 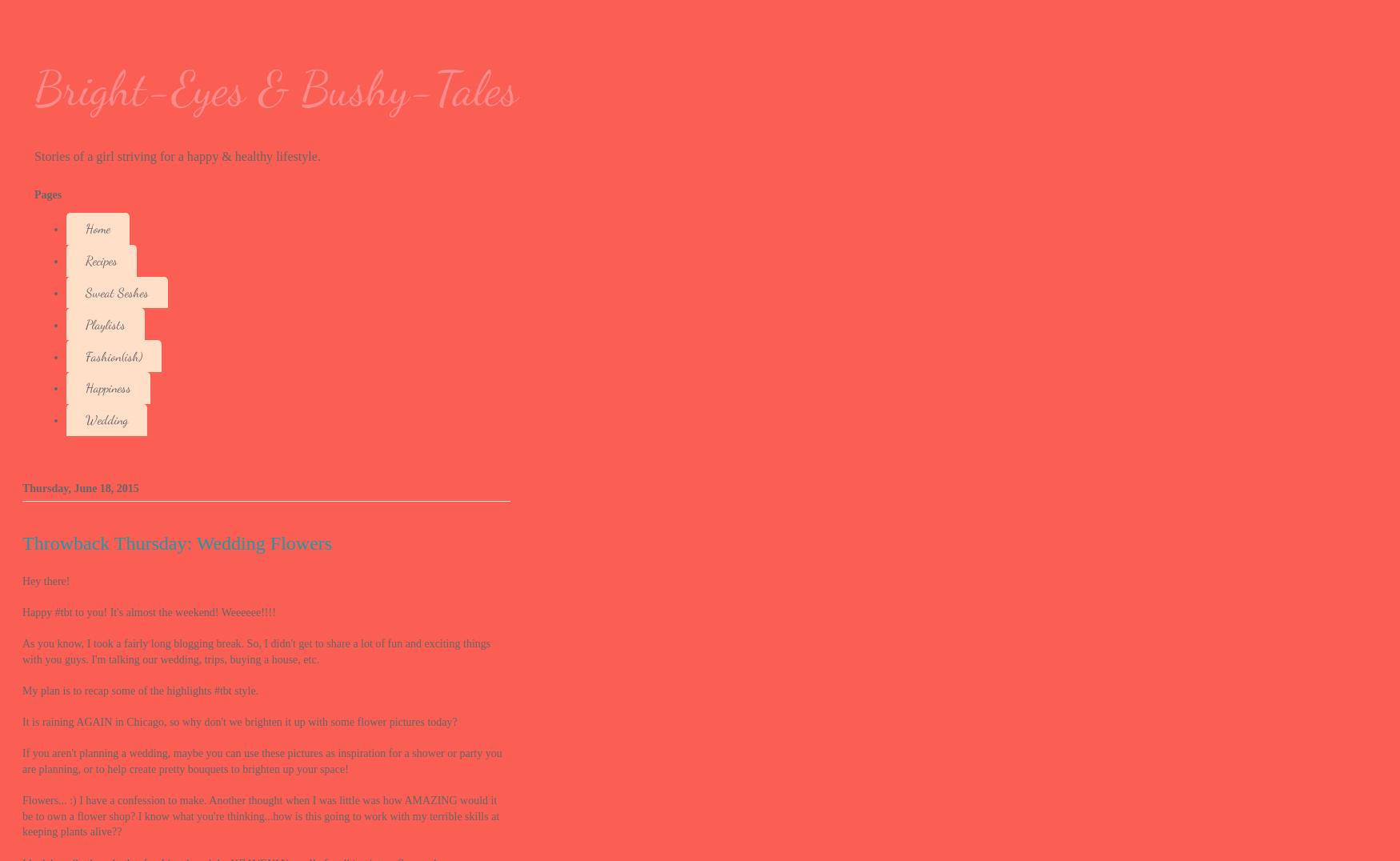 What do you see at coordinates (85, 260) in the screenshot?
I see `'Recipes'` at bounding box center [85, 260].